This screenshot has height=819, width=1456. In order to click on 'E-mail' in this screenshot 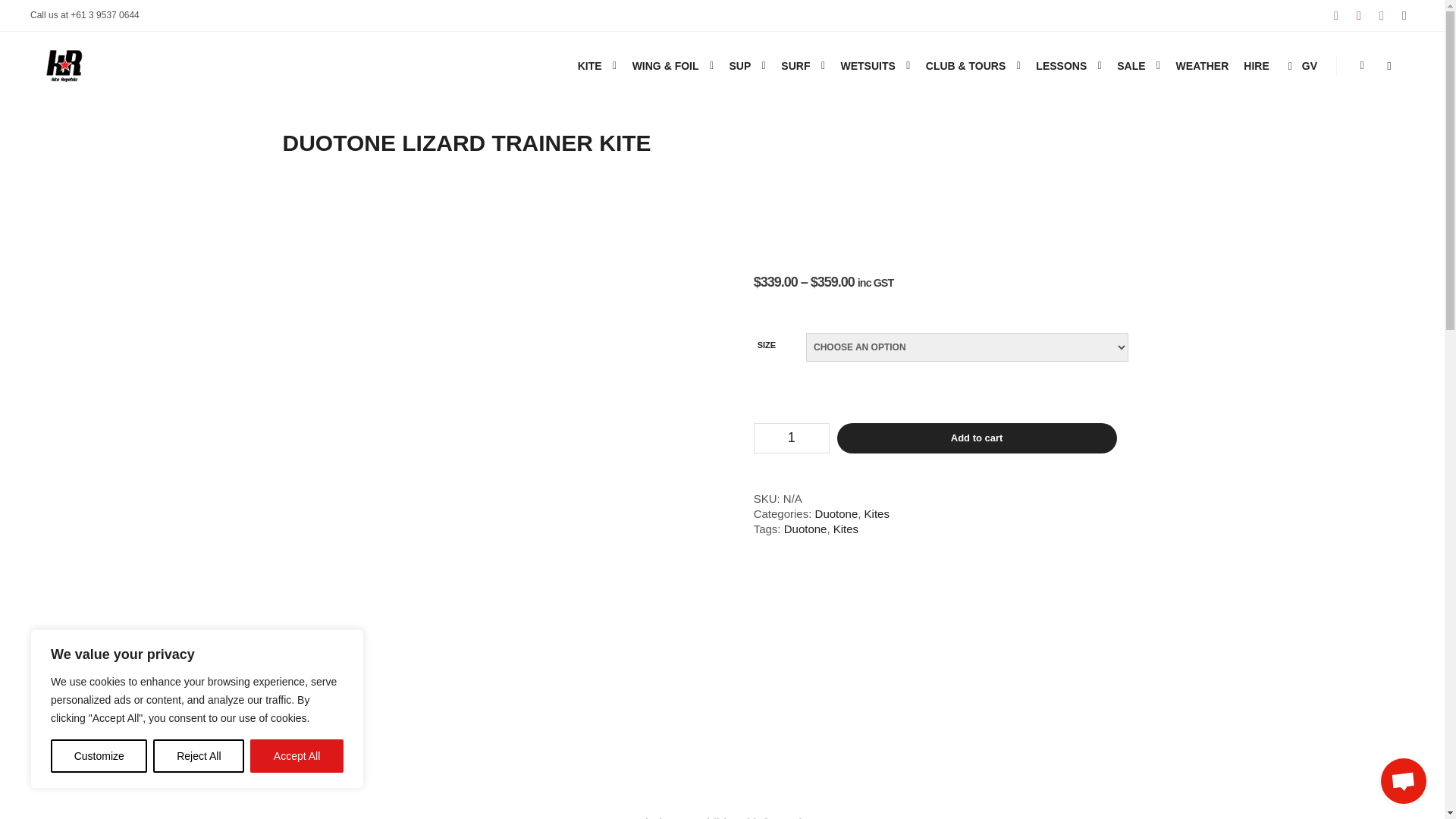, I will do `click(1404, 15)`.